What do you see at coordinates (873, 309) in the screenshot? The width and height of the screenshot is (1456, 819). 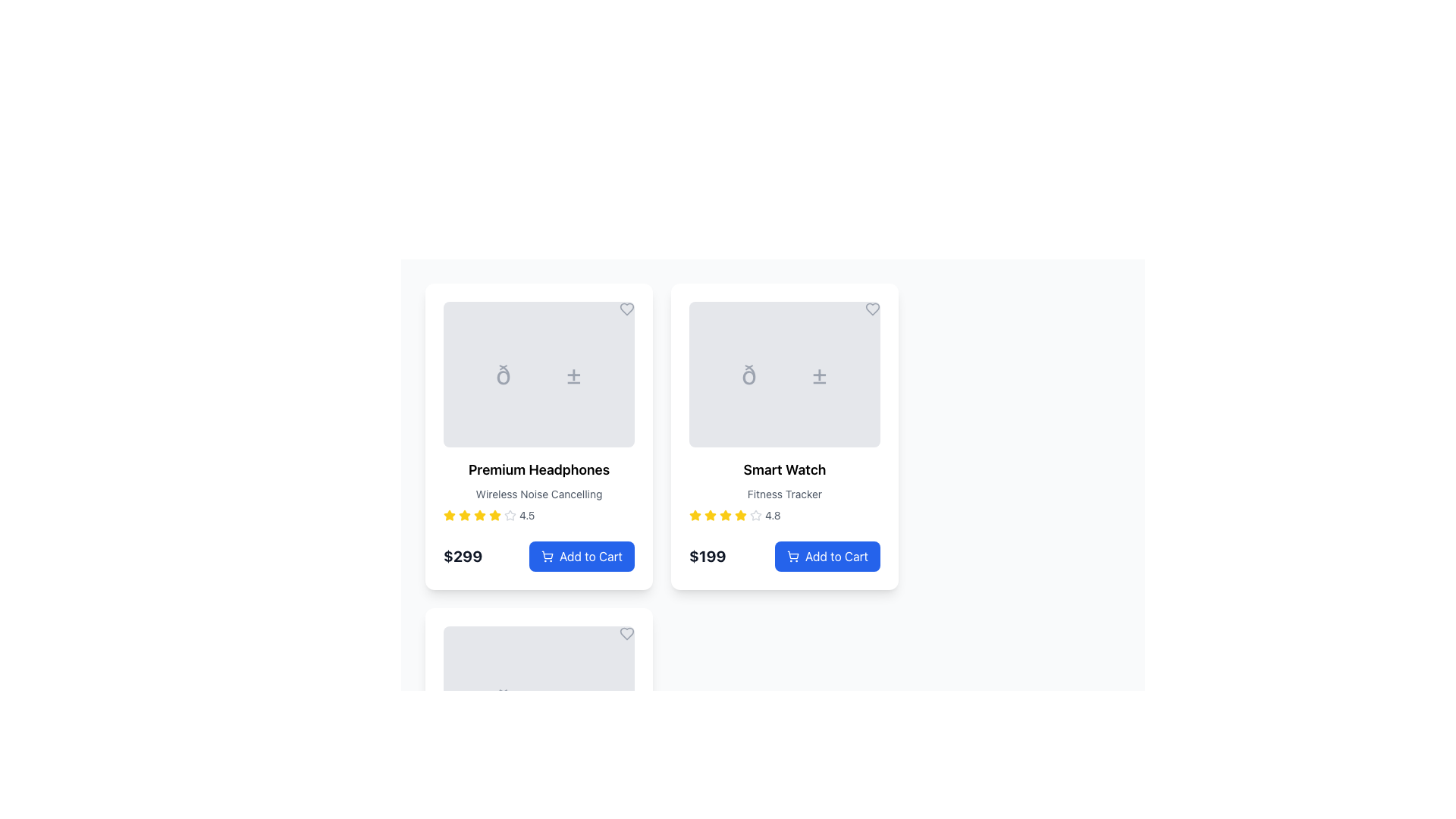 I see `the favorite button located at the top-right corner of the Smart Watch card` at bounding box center [873, 309].